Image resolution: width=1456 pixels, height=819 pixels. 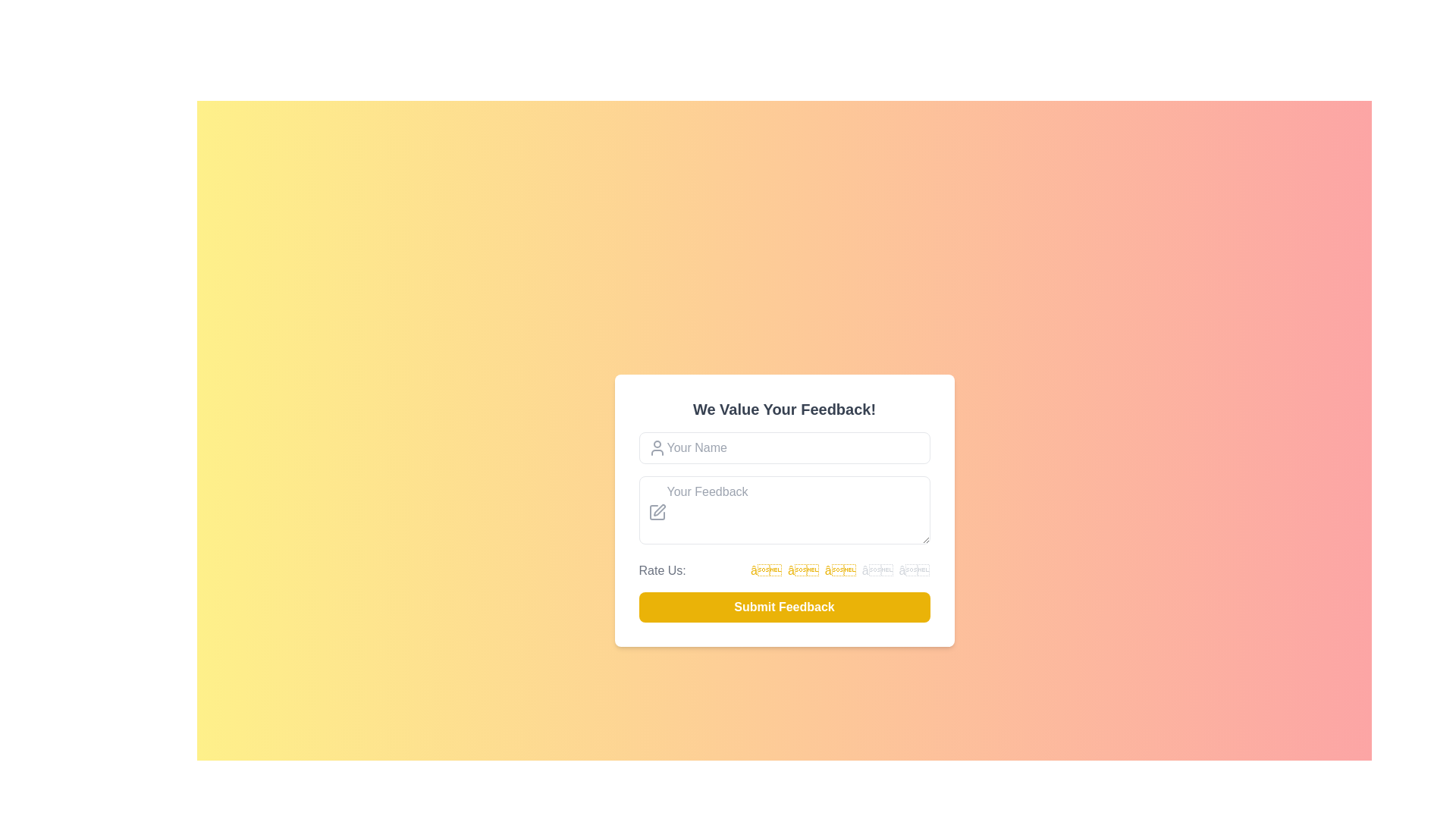 I want to click on the inactive gray star button, so click(x=877, y=570).